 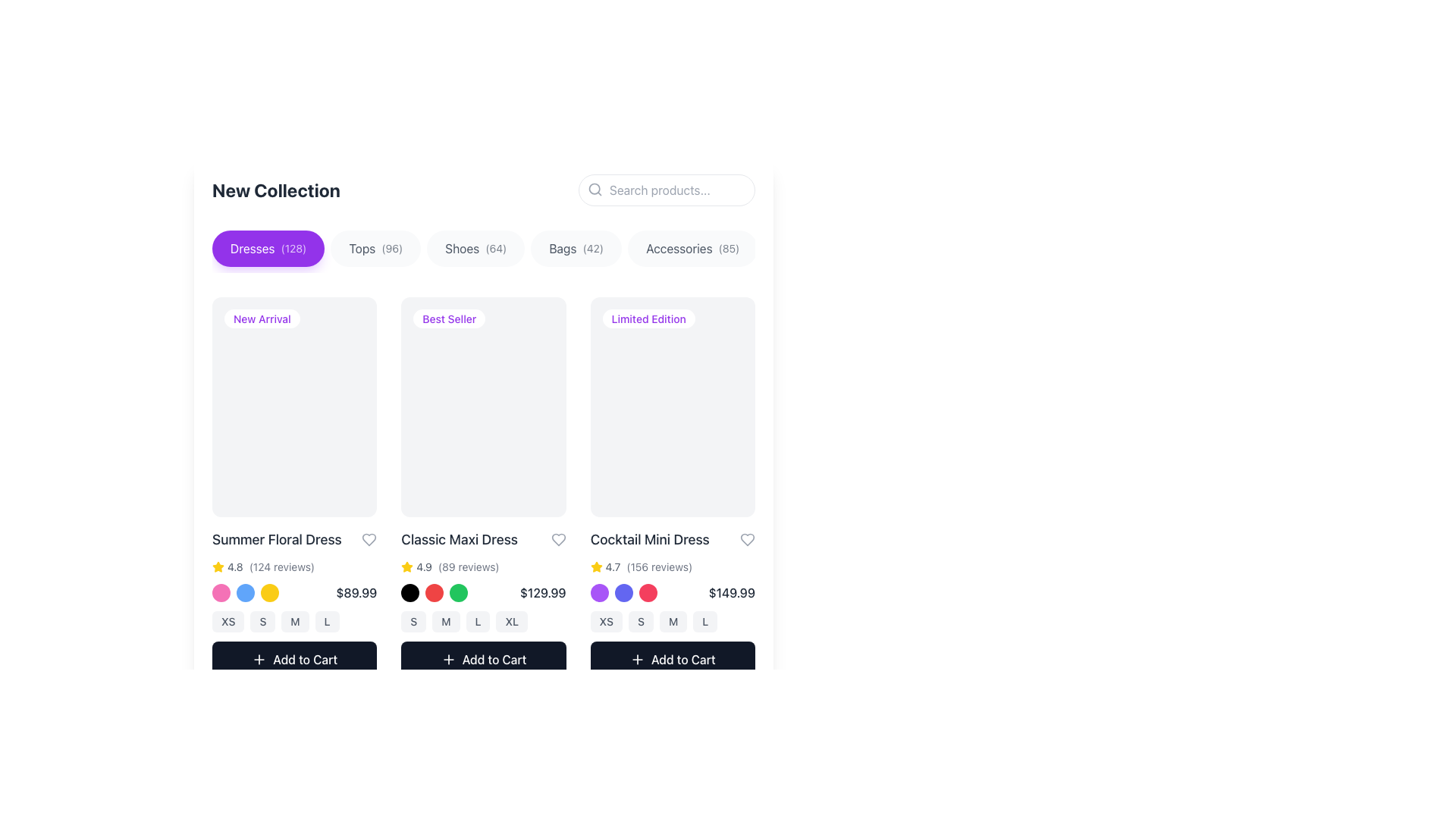 What do you see at coordinates (557, 538) in the screenshot?
I see `the heart-shaped icon button styled in gray, located to the right of the 'Classic Maxi Dress' label` at bounding box center [557, 538].